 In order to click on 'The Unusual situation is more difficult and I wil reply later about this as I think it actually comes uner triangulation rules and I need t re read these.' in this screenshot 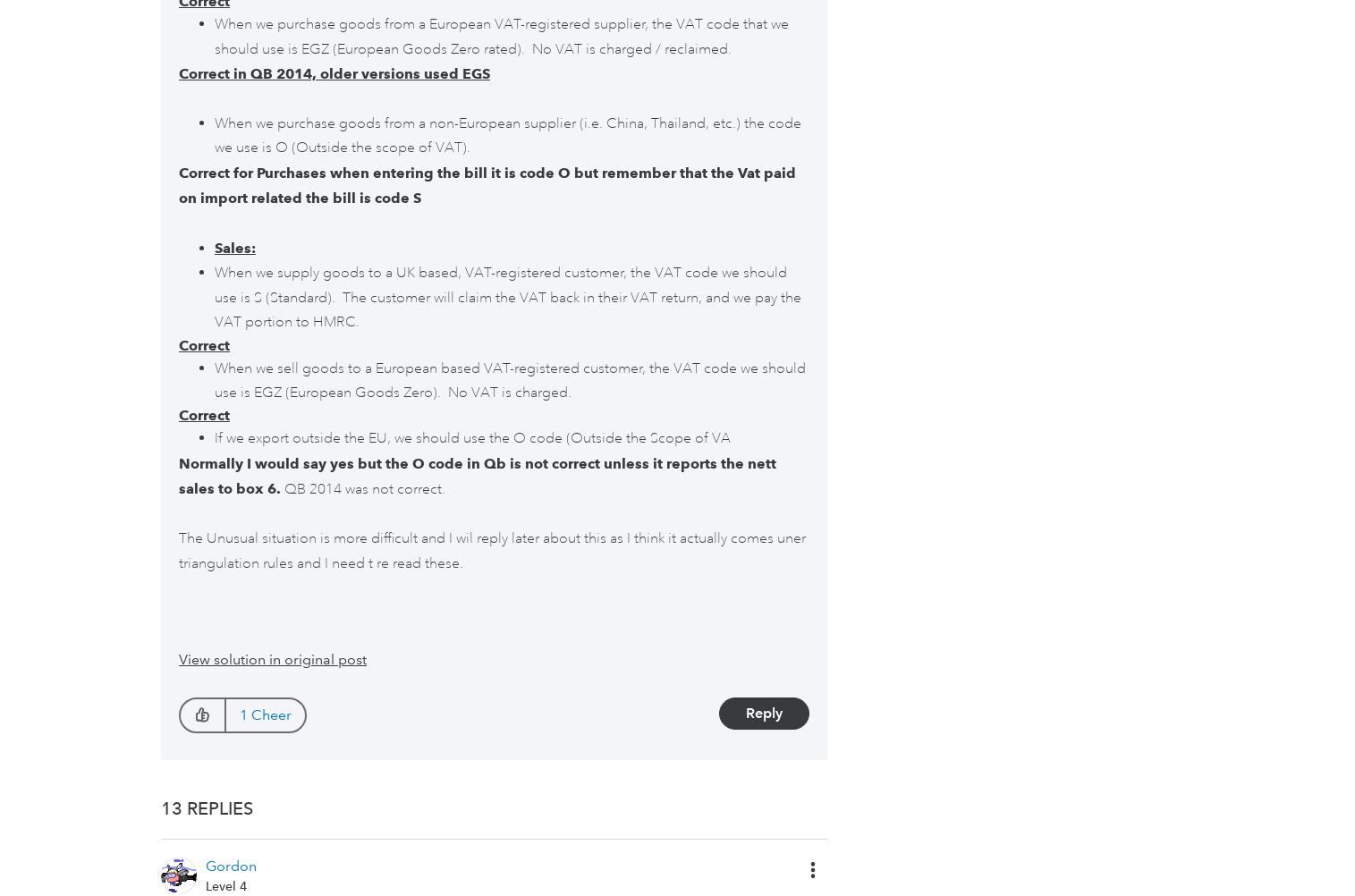, I will do `click(177, 549)`.